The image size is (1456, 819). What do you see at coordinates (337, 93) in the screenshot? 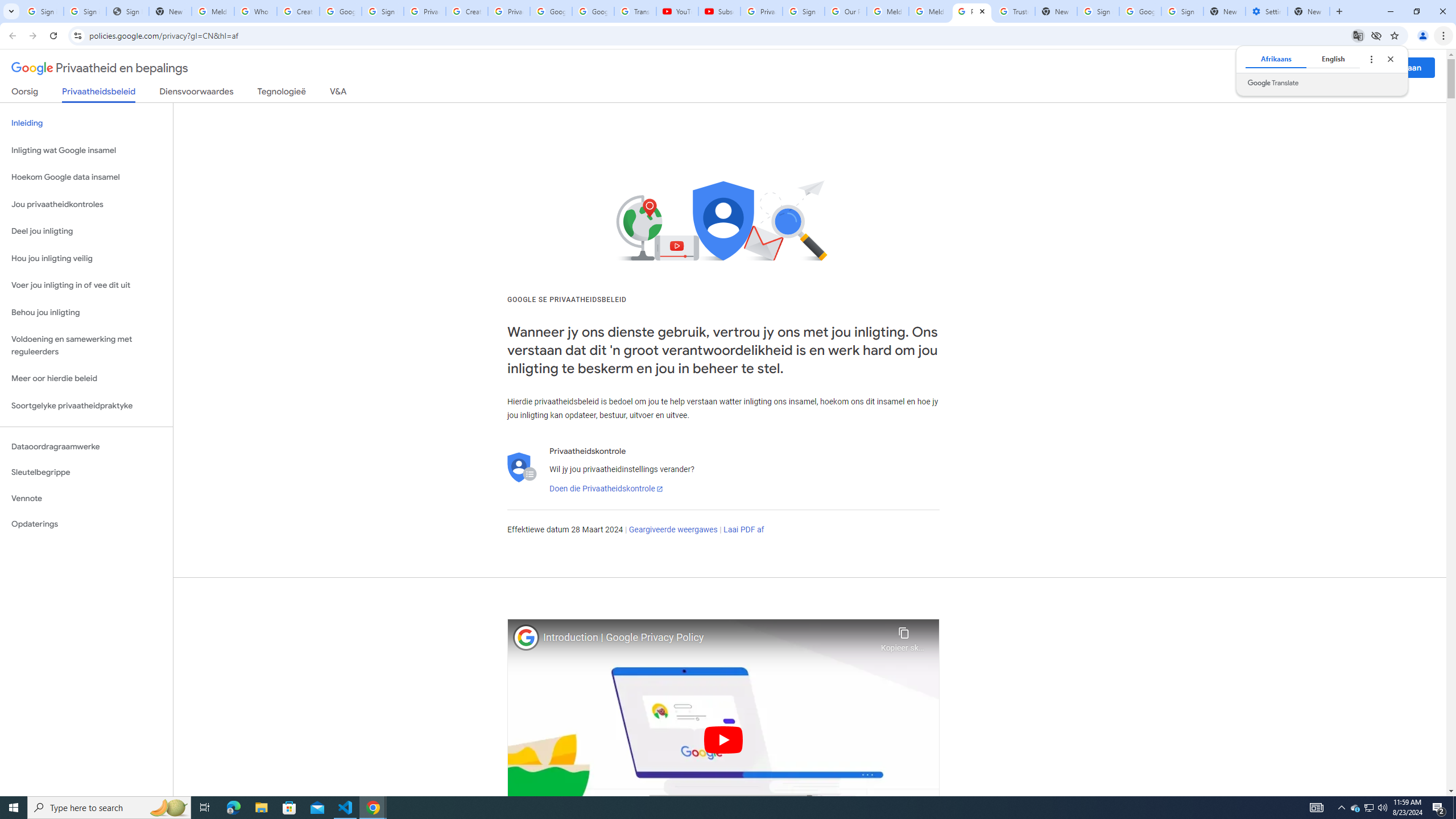
I see `'V&A'` at bounding box center [337, 93].